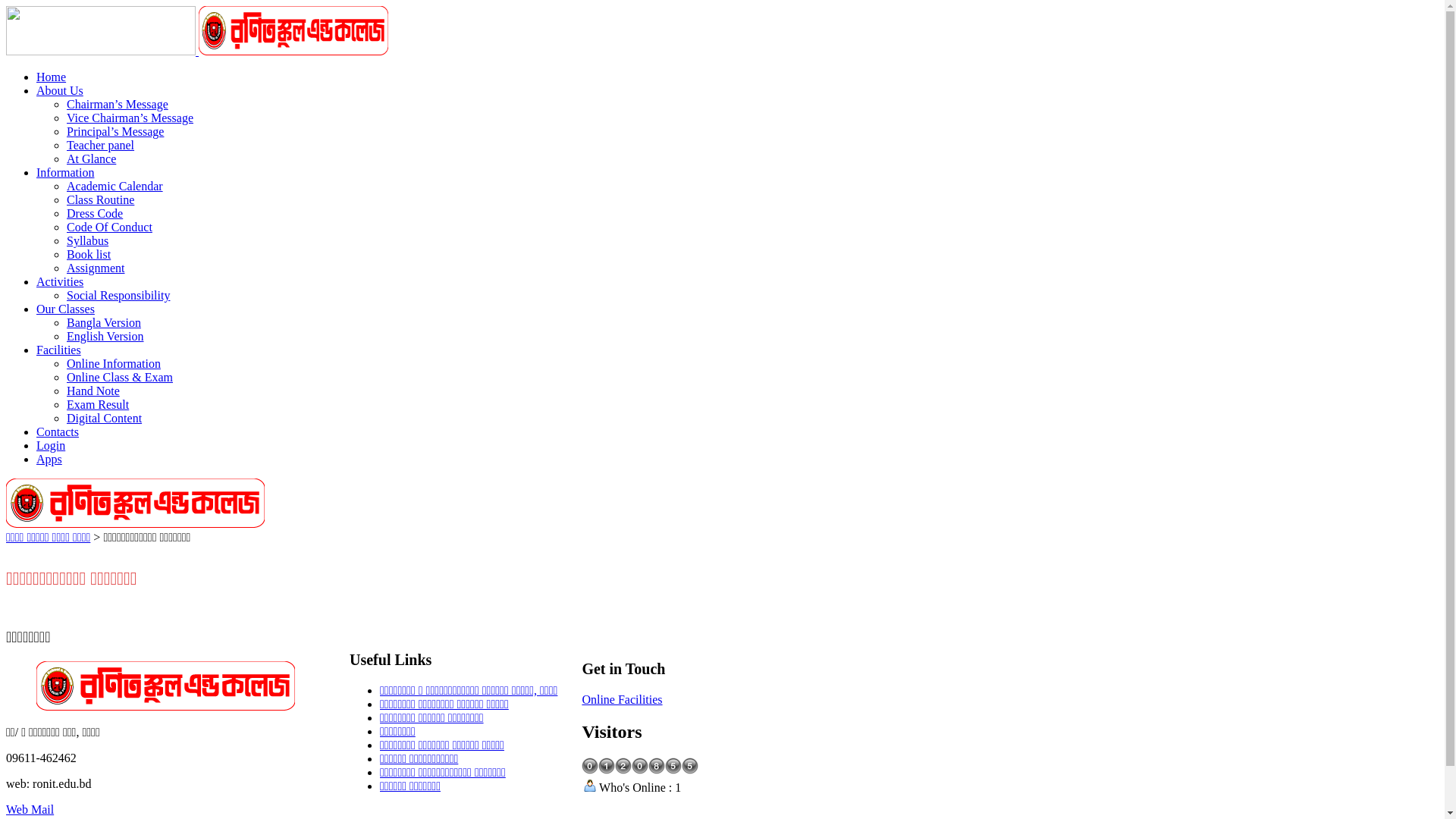  I want to click on 'Facilities', so click(58, 350).